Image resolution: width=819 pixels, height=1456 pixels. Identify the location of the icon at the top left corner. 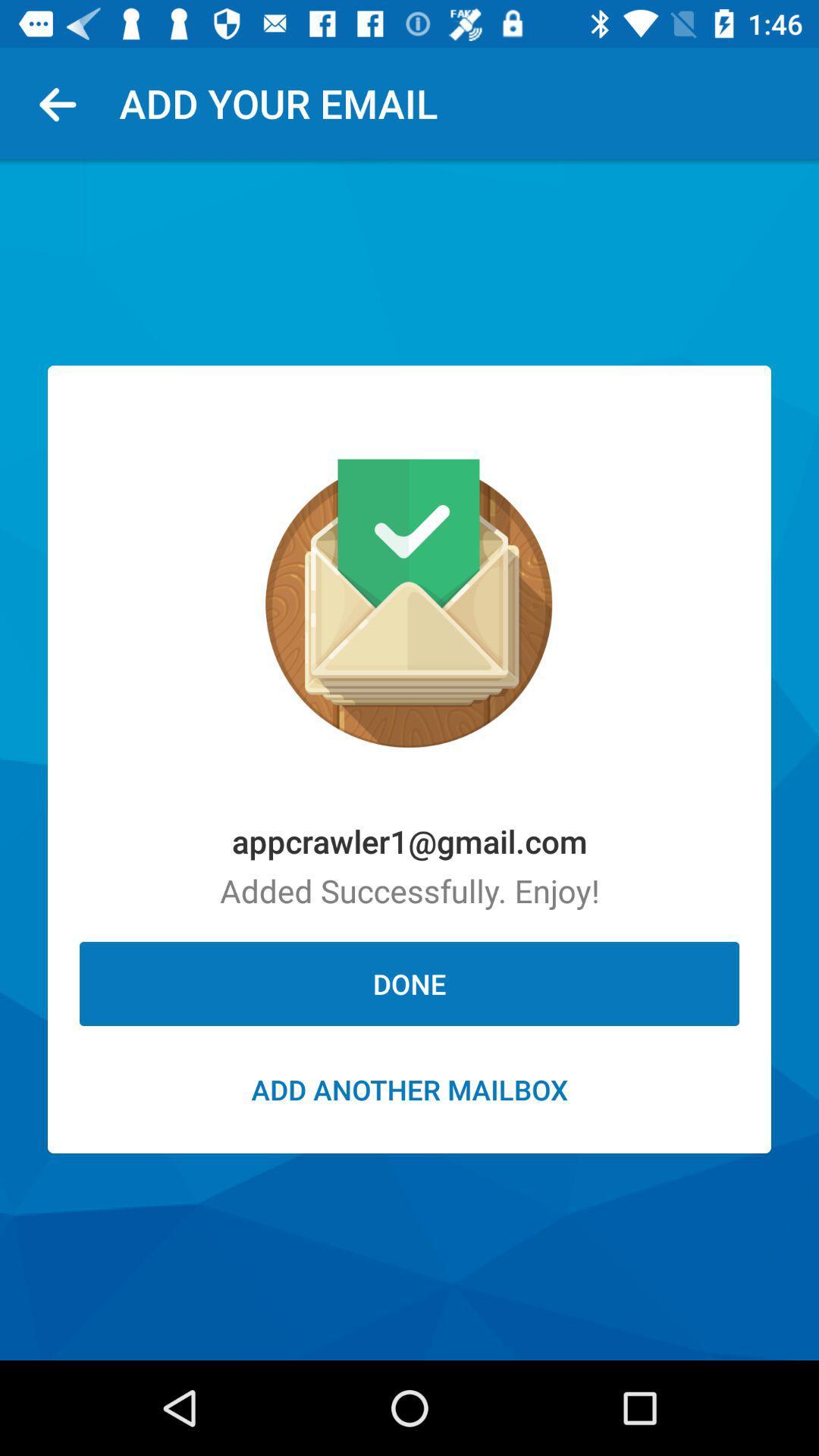
(63, 102).